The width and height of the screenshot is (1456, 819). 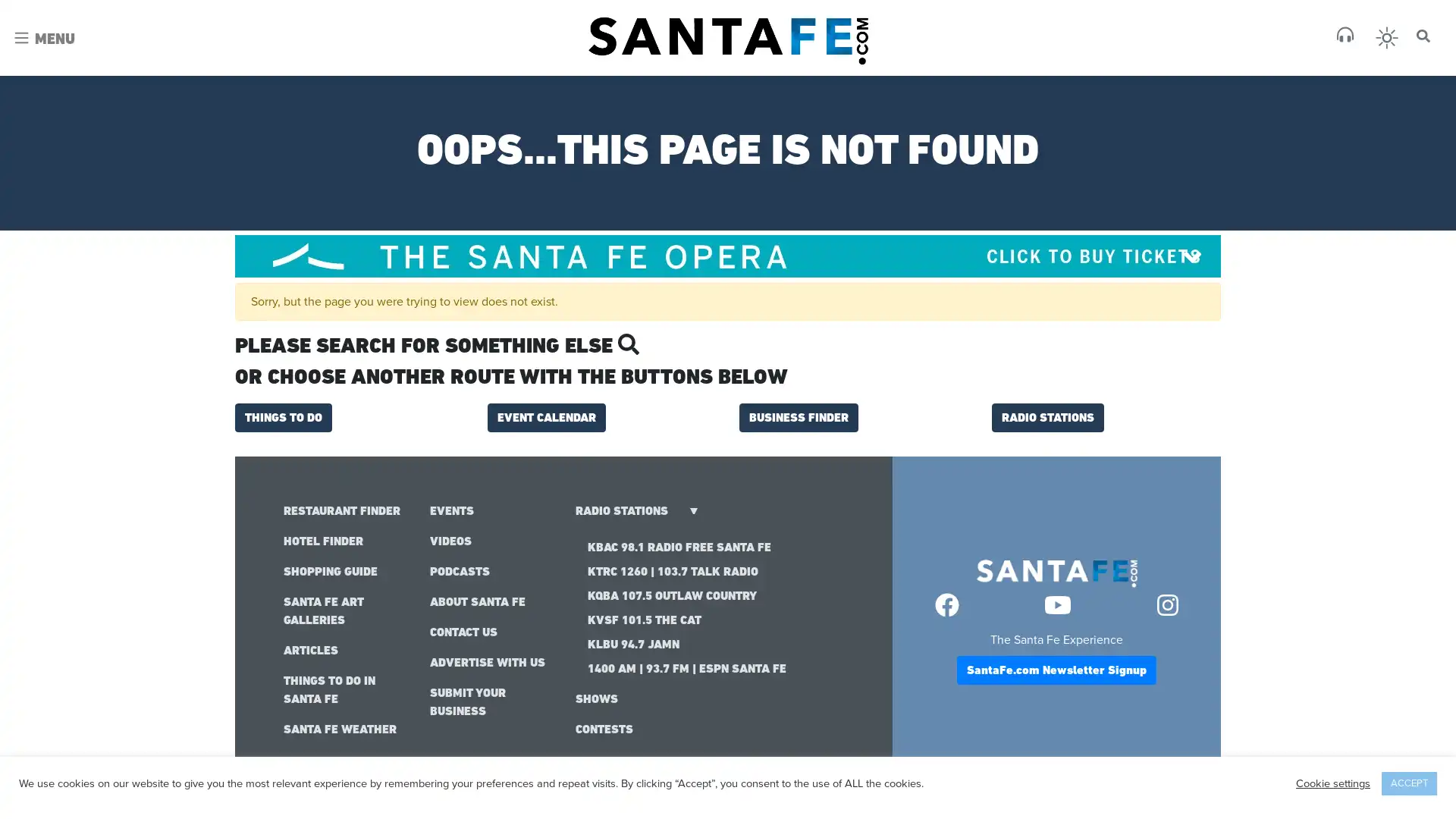 What do you see at coordinates (1055, 669) in the screenshot?
I see `SantaFe.com Newsletter Signup` at bounding box center [1055, 669].